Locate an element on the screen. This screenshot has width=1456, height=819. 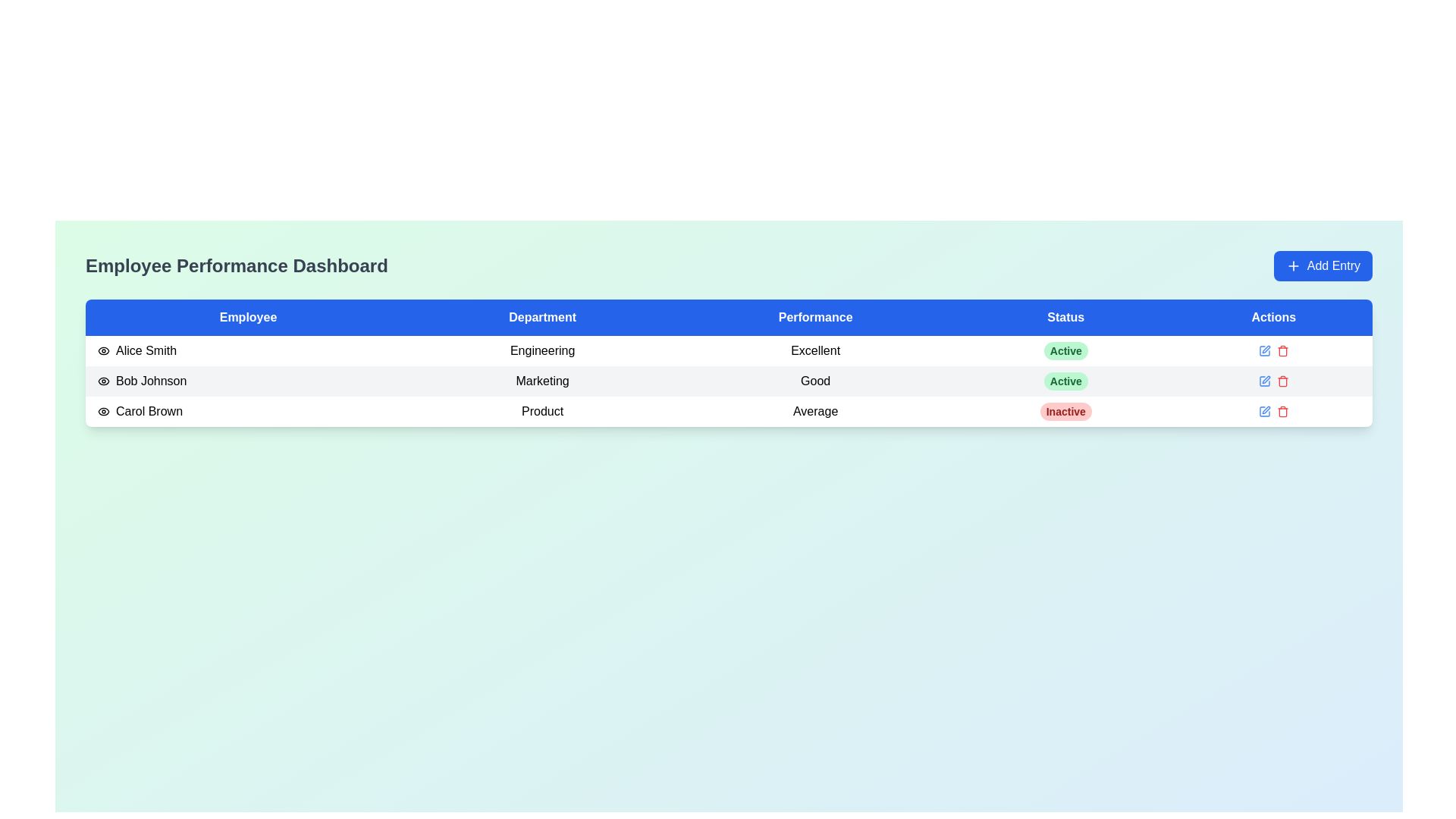
the Status badge for 'Alice Smith' in the table, which indicates the active status of the individual is located at coordinates (1065, 350).